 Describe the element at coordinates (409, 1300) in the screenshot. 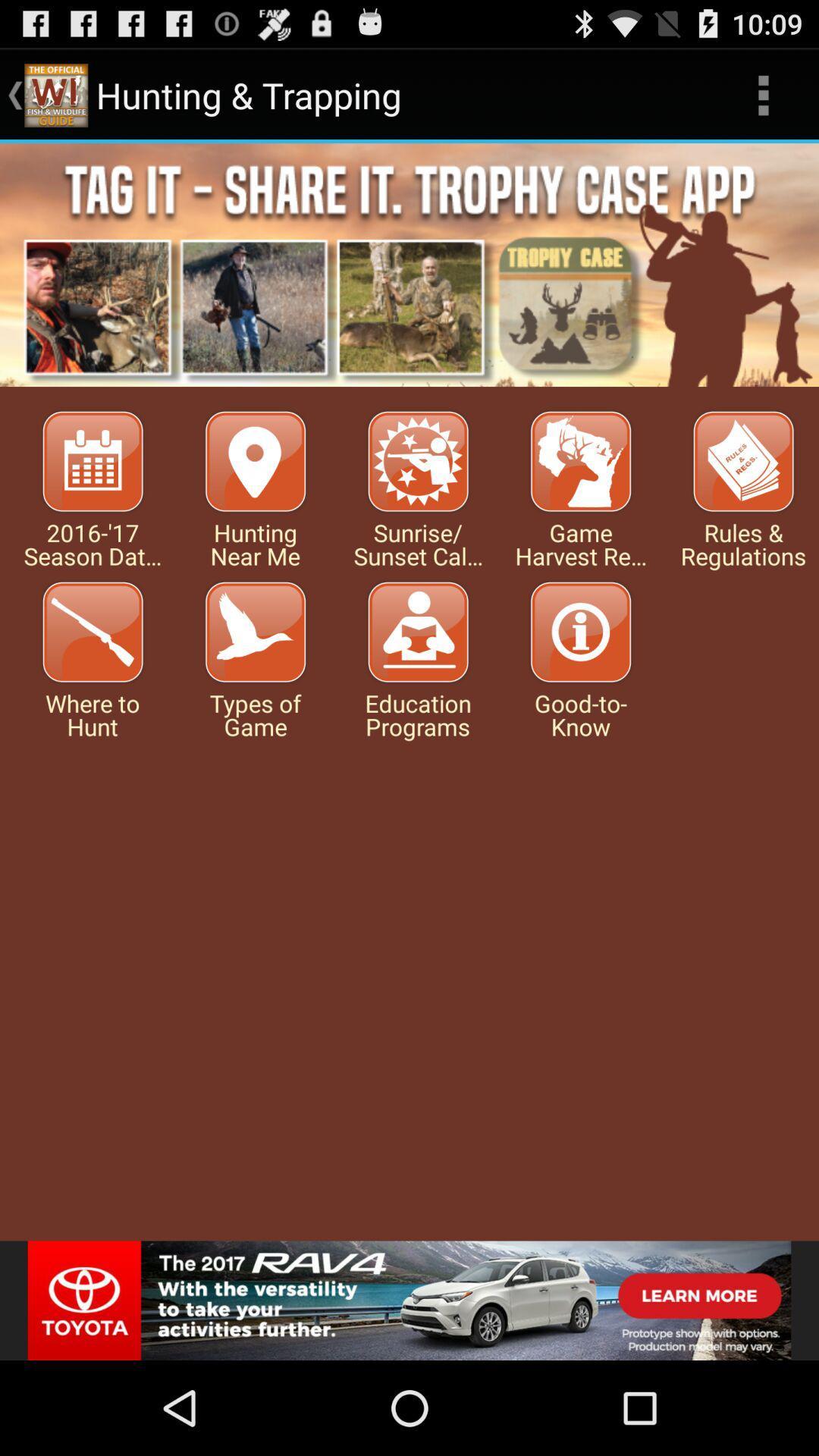

I see `advertisement page` at that location.